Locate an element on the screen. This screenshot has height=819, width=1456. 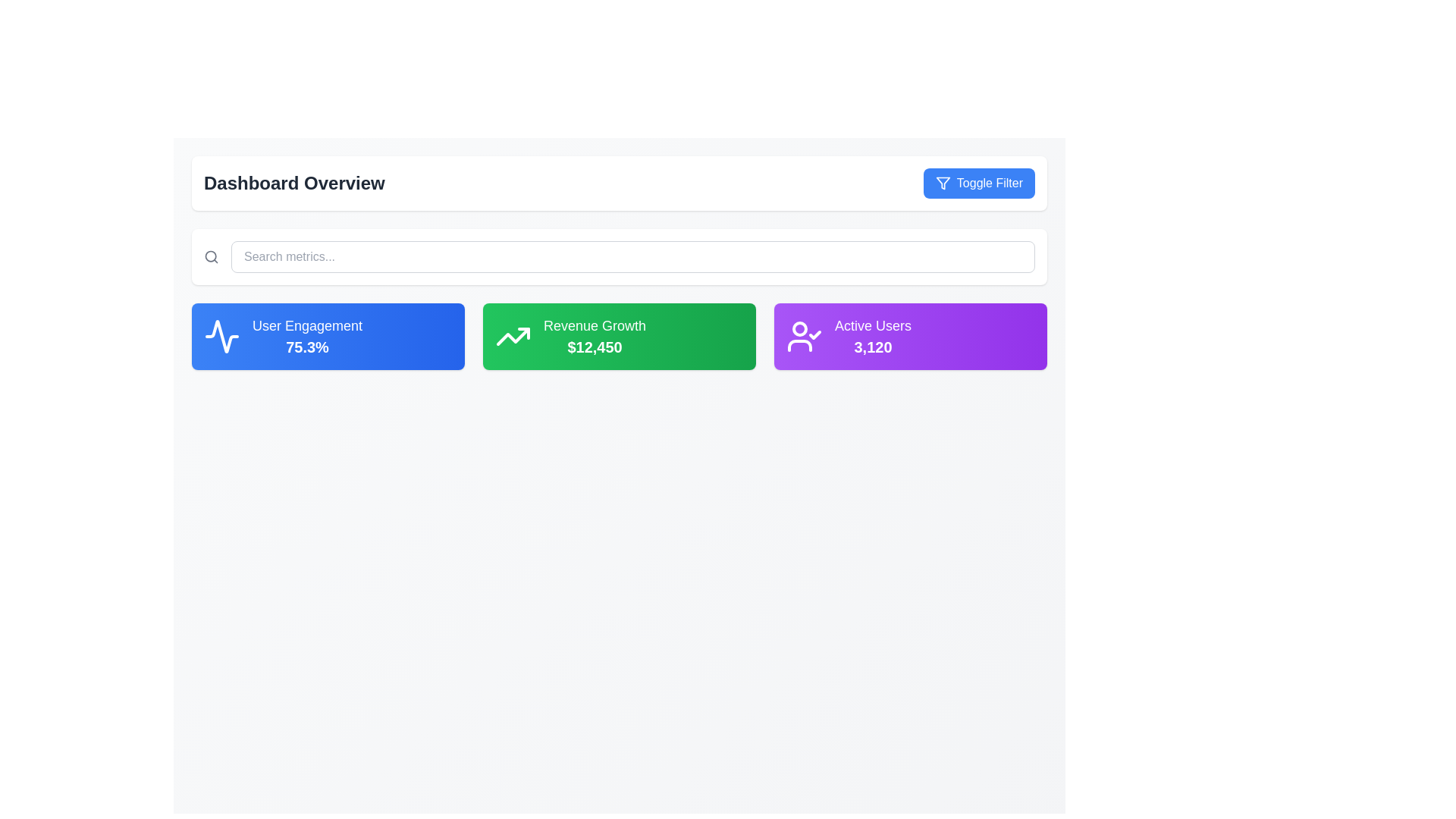
the Data display card that shows 'Active Users' with the number '3,120' in a bold font, located in the bottom right section of the interface is located at coordinates (873, 335).